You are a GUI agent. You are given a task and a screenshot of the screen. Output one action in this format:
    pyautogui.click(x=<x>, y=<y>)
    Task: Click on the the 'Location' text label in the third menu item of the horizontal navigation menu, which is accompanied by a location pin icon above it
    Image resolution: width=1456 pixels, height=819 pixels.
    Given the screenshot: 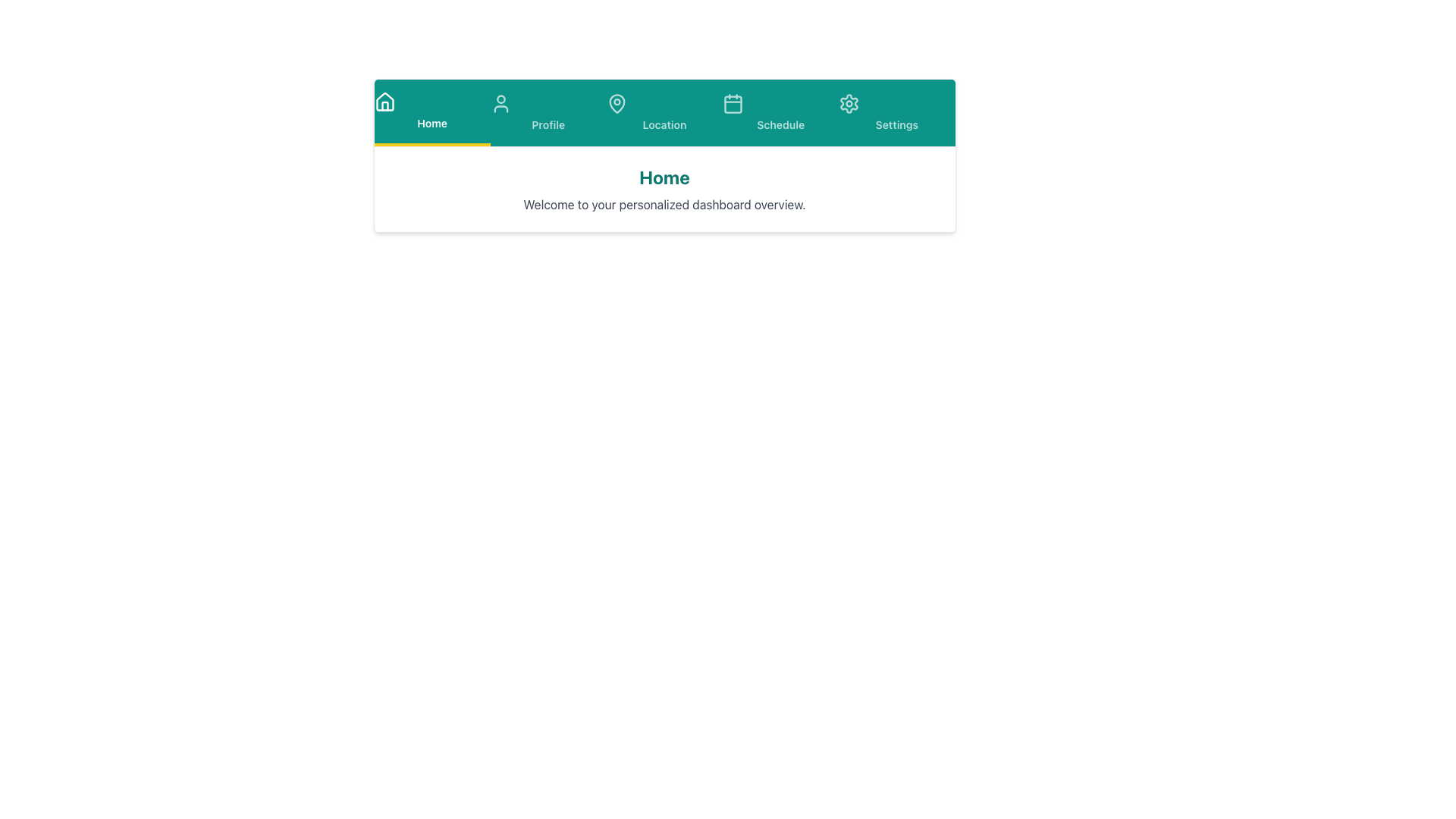 What is the action you would take?
    pyautogui.click(x=664, y=124)
    